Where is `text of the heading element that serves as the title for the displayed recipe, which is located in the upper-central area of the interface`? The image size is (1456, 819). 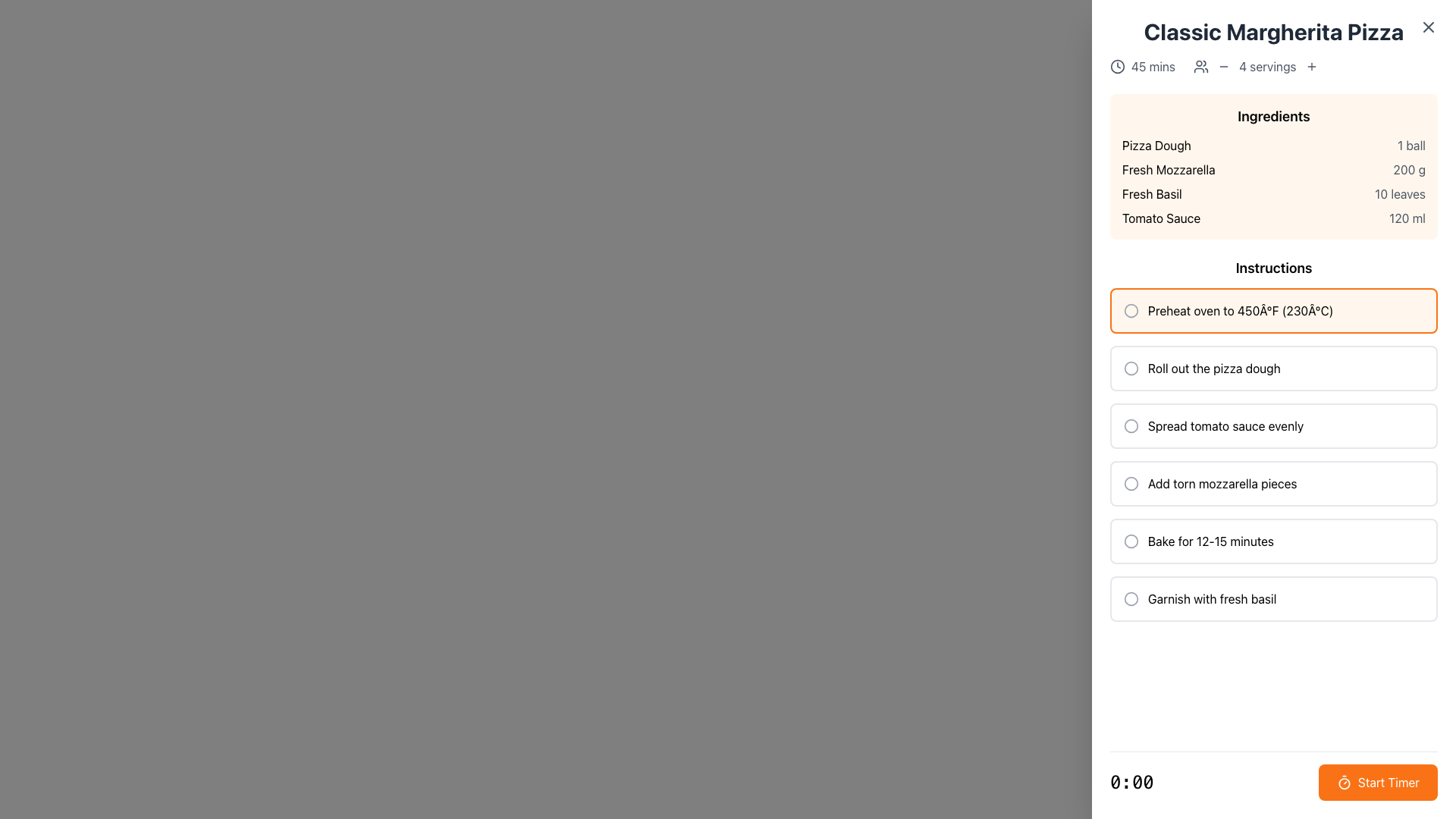
text of the heading element that serves as the title for the displayed recipe, which is located in the upper-central area of the interface is located at coordinates (1274, 32).